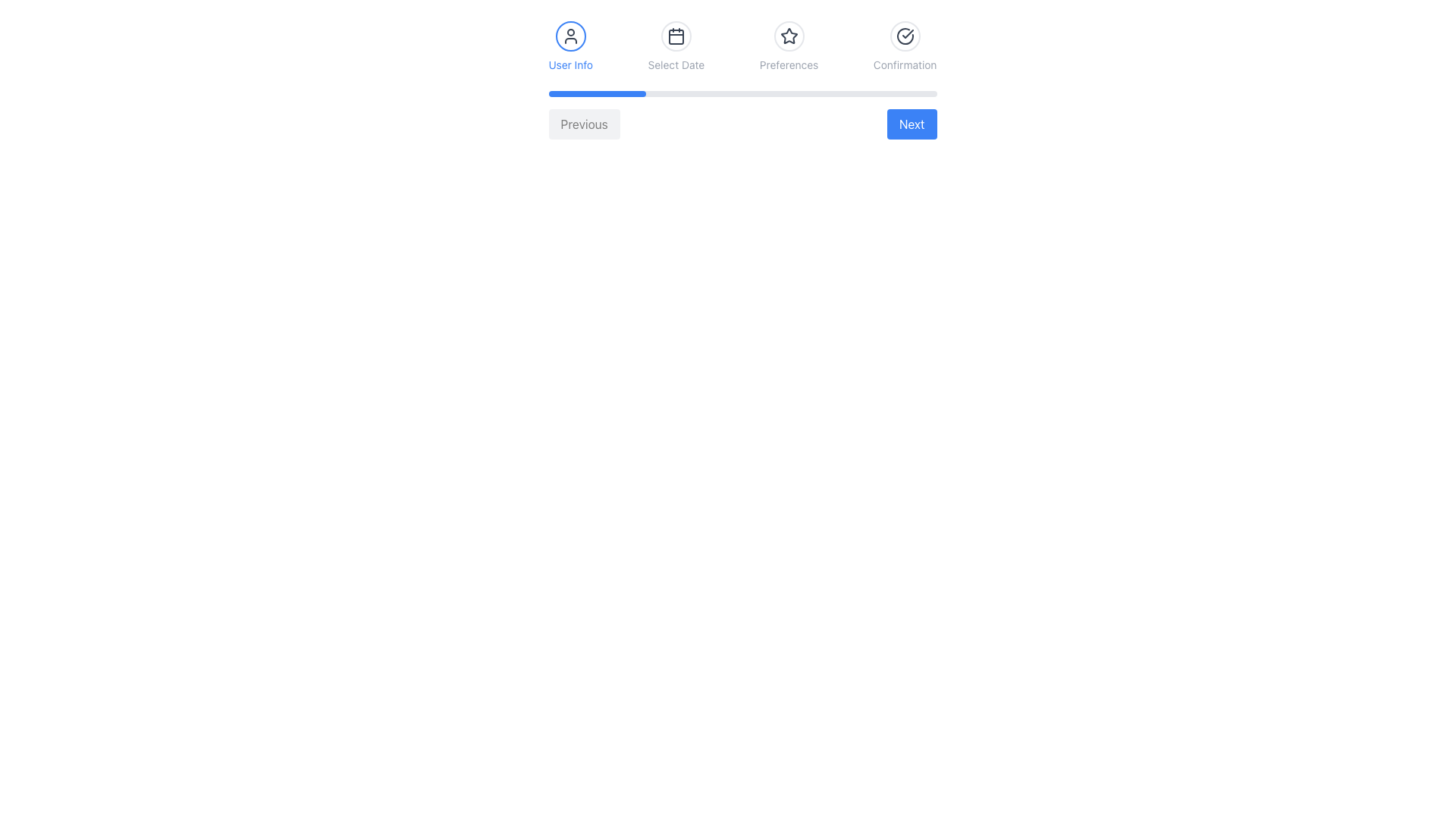 The width and height of the screenshot is (1456, 819). Describe the element at coordinates (742, 93) in the screenshot. I see `the Progress Bar located centrally below the navigation bar and above the Previous and Next buttons, which indicates the user's progress in a multistep process` at that location.